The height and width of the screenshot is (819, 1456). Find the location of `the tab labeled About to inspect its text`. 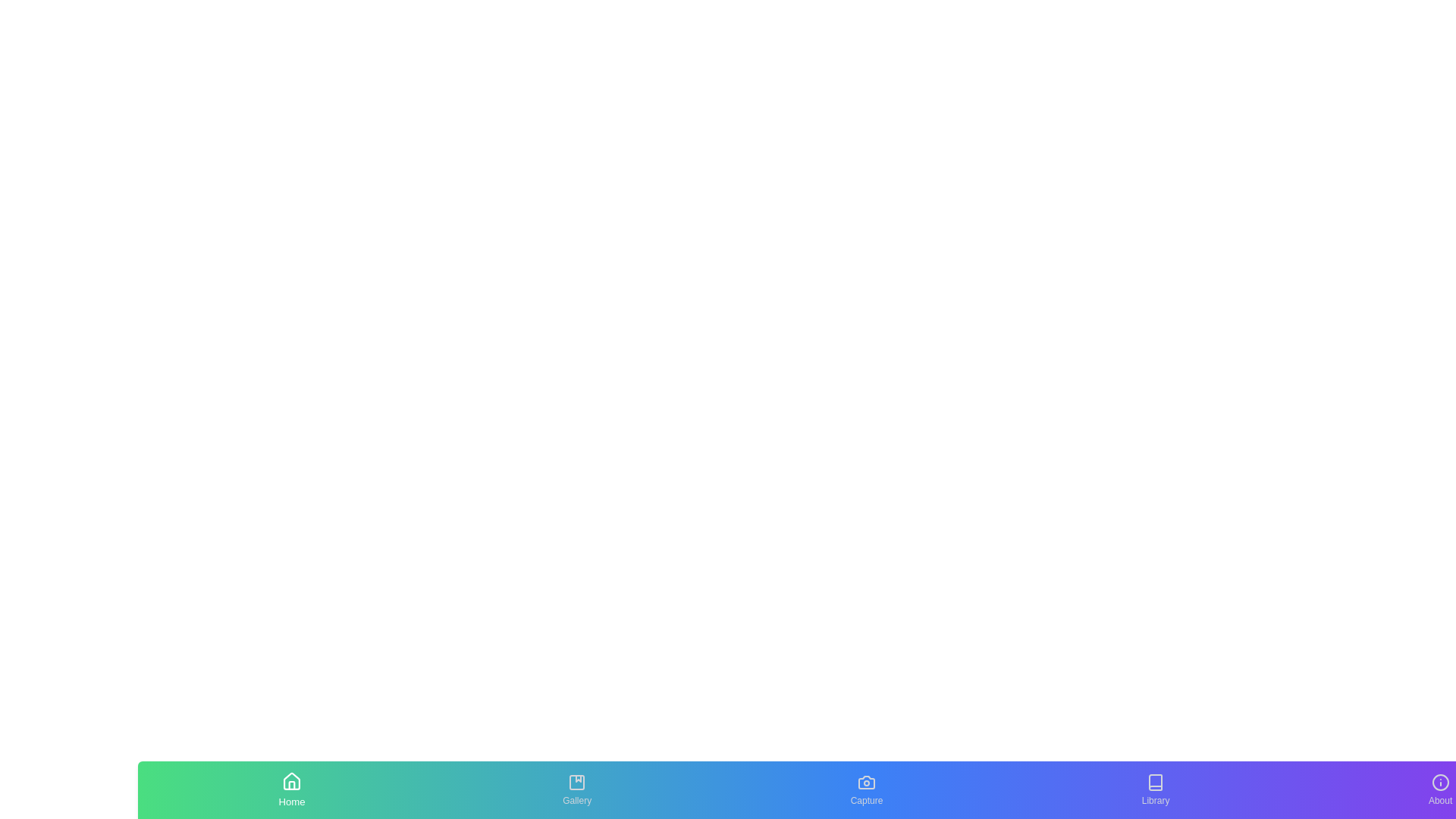

the tab labeled About to inspect its text is located at coordinates (1439, 789).